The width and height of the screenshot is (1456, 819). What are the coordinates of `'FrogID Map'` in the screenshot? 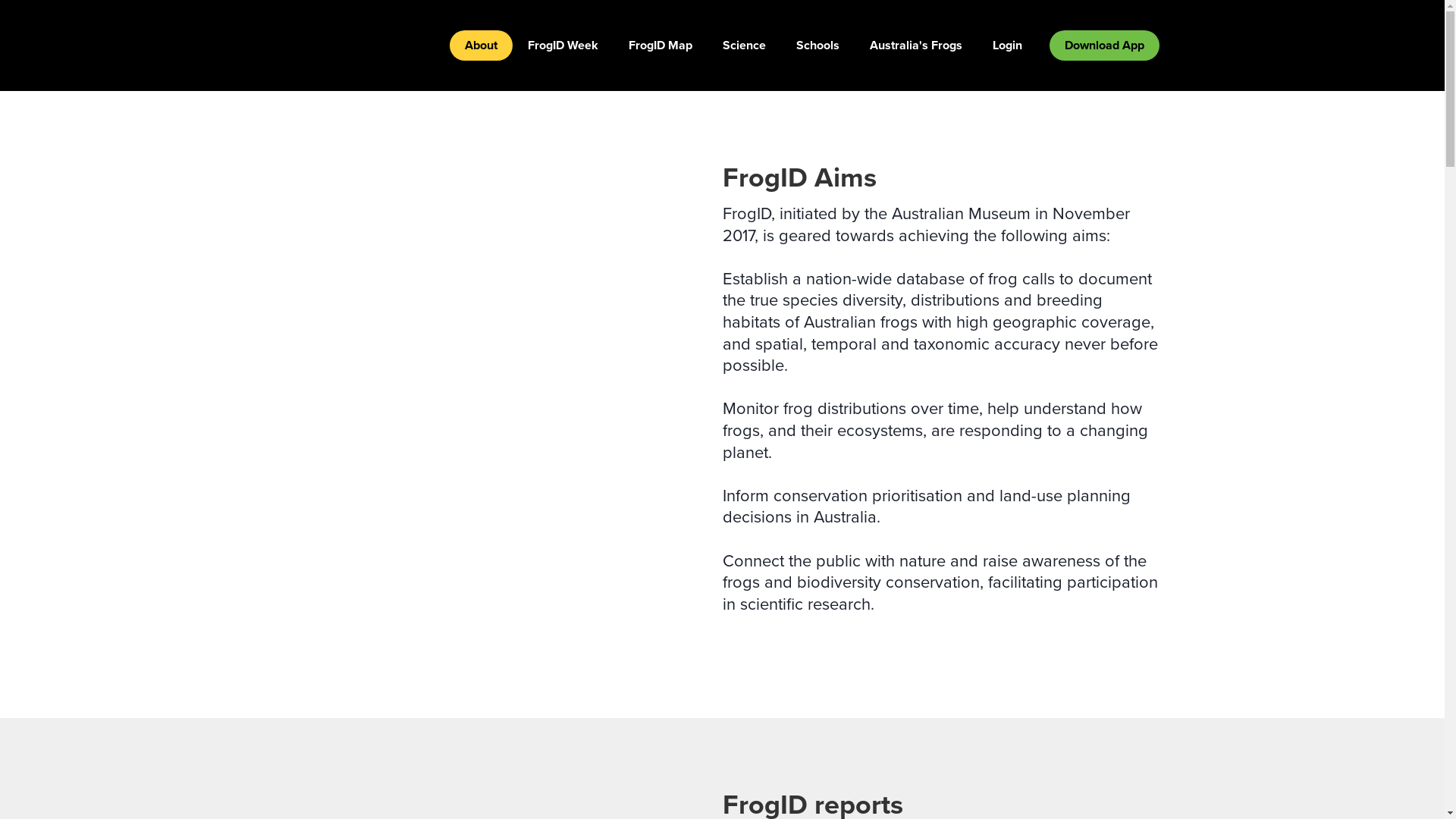 It's located at (615, 45).